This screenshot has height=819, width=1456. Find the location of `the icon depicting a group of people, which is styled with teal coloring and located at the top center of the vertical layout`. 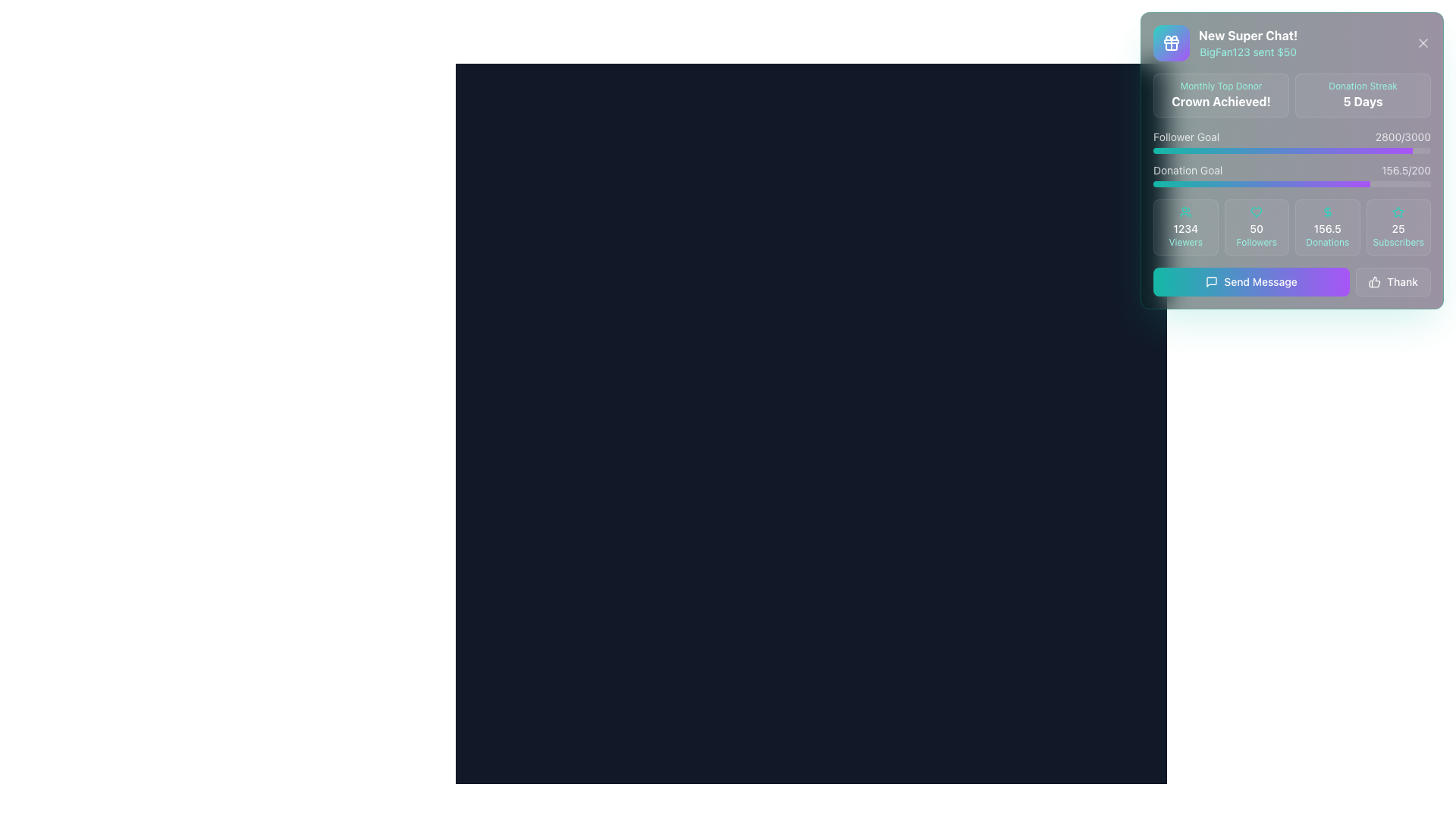

the icon depicting a group of people, which is styled with teal coloring and located at the top center of the vertical layout is located at coordinates (1185, 212).